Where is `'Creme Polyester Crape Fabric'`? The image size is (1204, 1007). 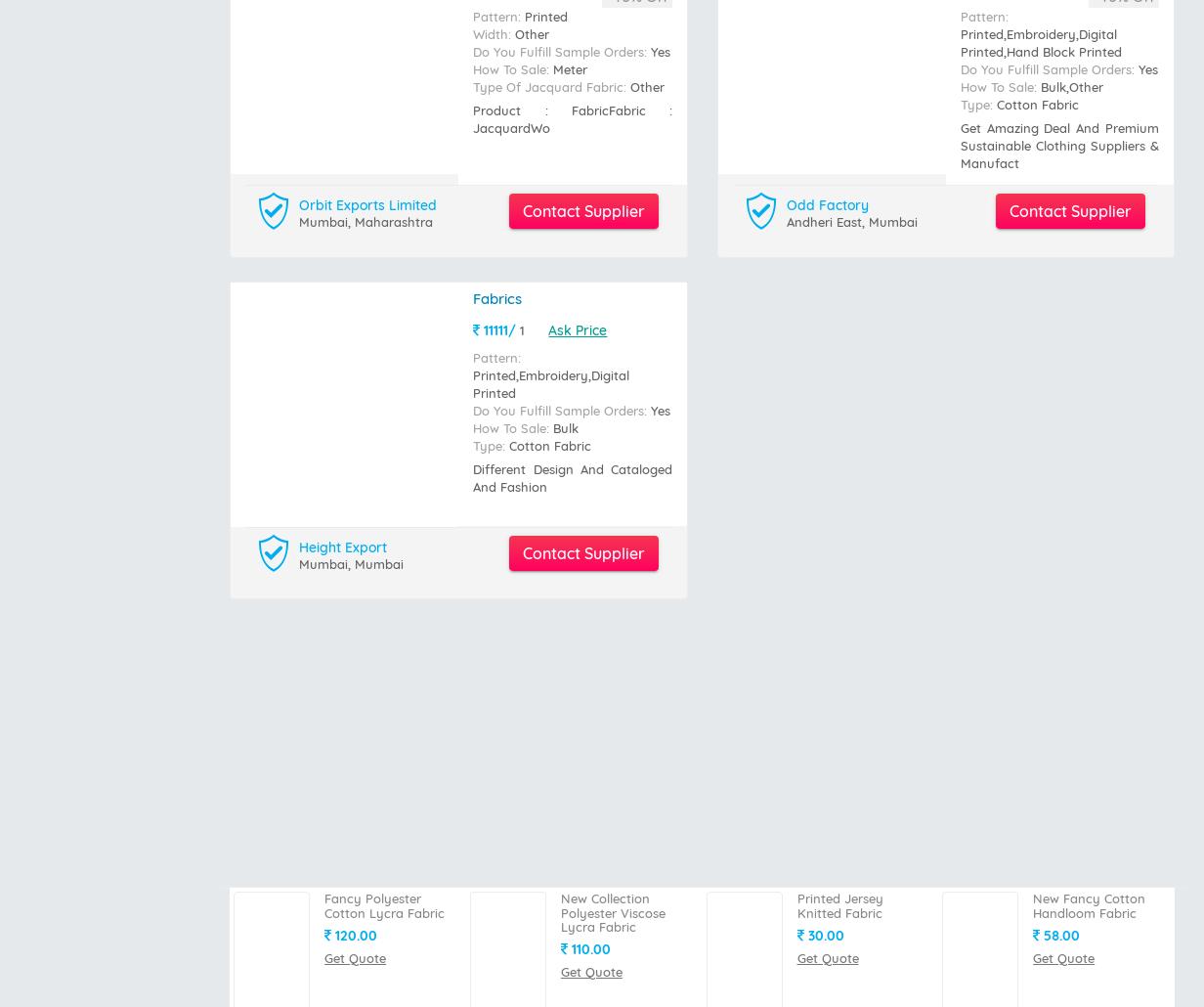
'Creme Polyester Crape Fabric' is located at coordinates (1033, 474).